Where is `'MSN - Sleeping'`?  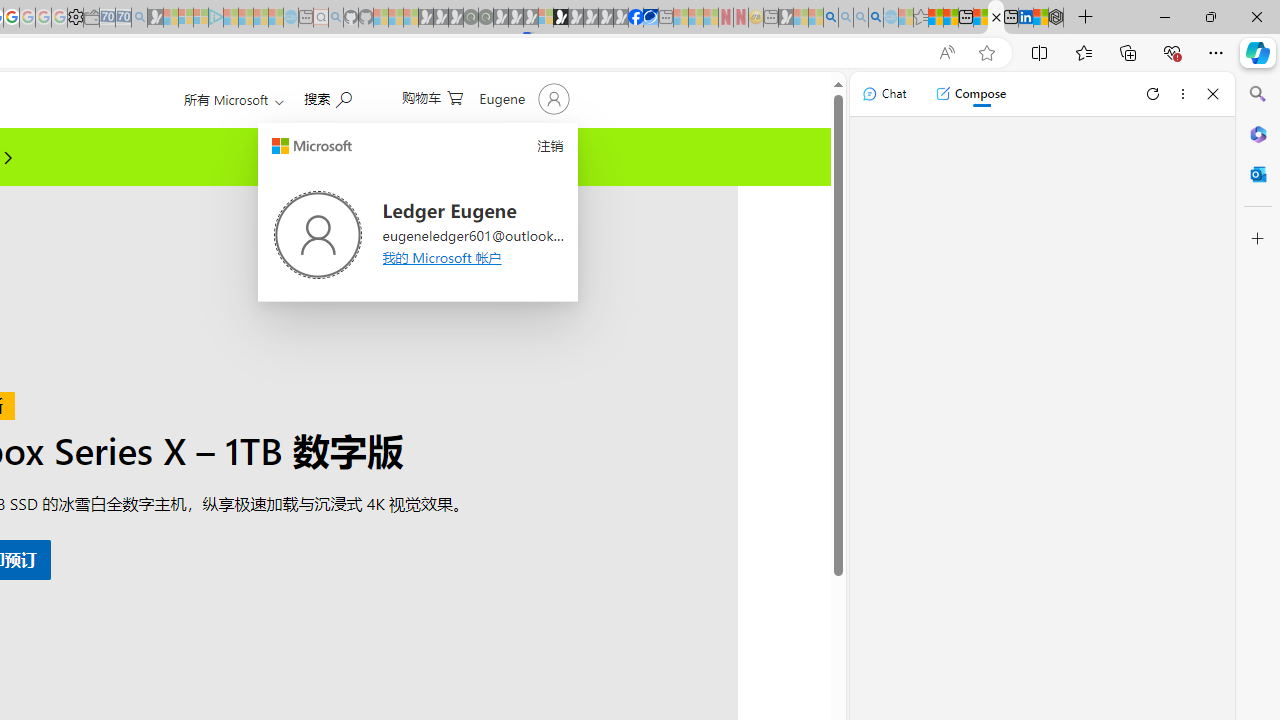
'MSN - Sleeping' is located at coordinates (785, 17).